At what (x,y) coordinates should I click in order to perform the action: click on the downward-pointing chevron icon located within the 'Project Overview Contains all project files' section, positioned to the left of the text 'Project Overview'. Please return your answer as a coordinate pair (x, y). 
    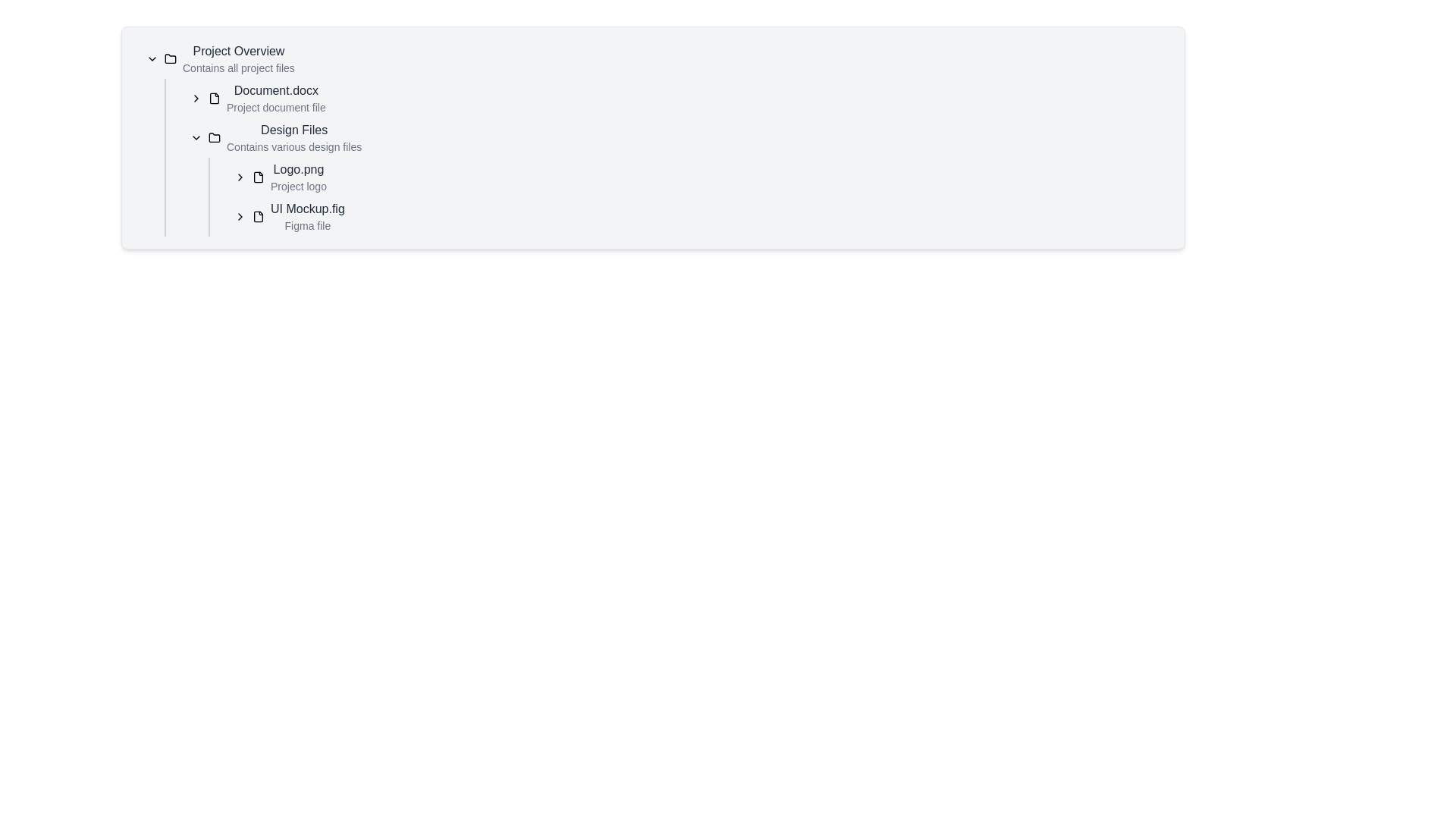
    Looking at the image, I should click on (152, 58).